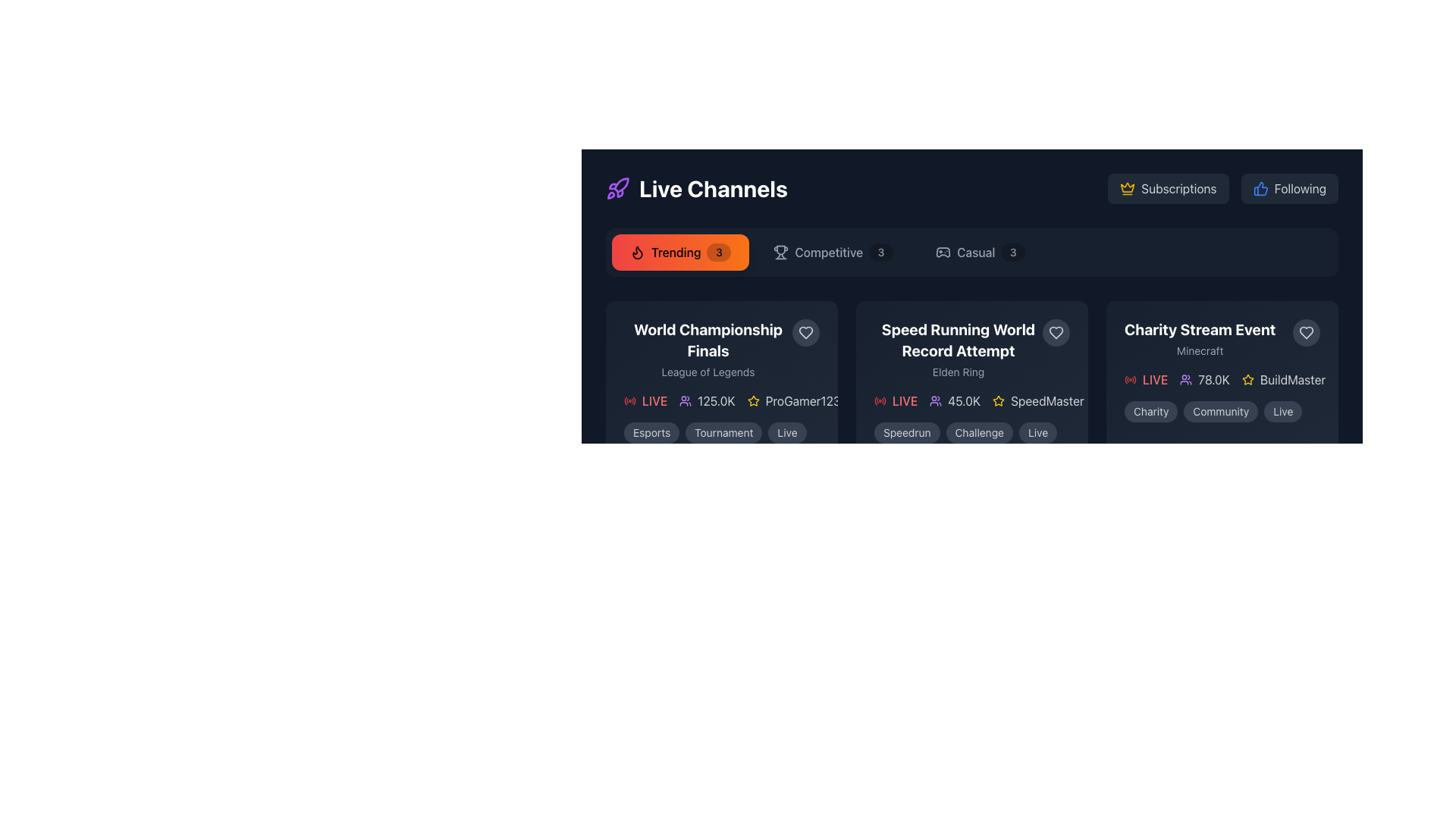 The image size is (1456, 819). What do you see at coordinates (1128, 187) in the screenshot?
I see `the details of the decorative crown icon located in the top-right section of the interface, inside the 'Subscriptions' button` at bounding box center [1128, 187].